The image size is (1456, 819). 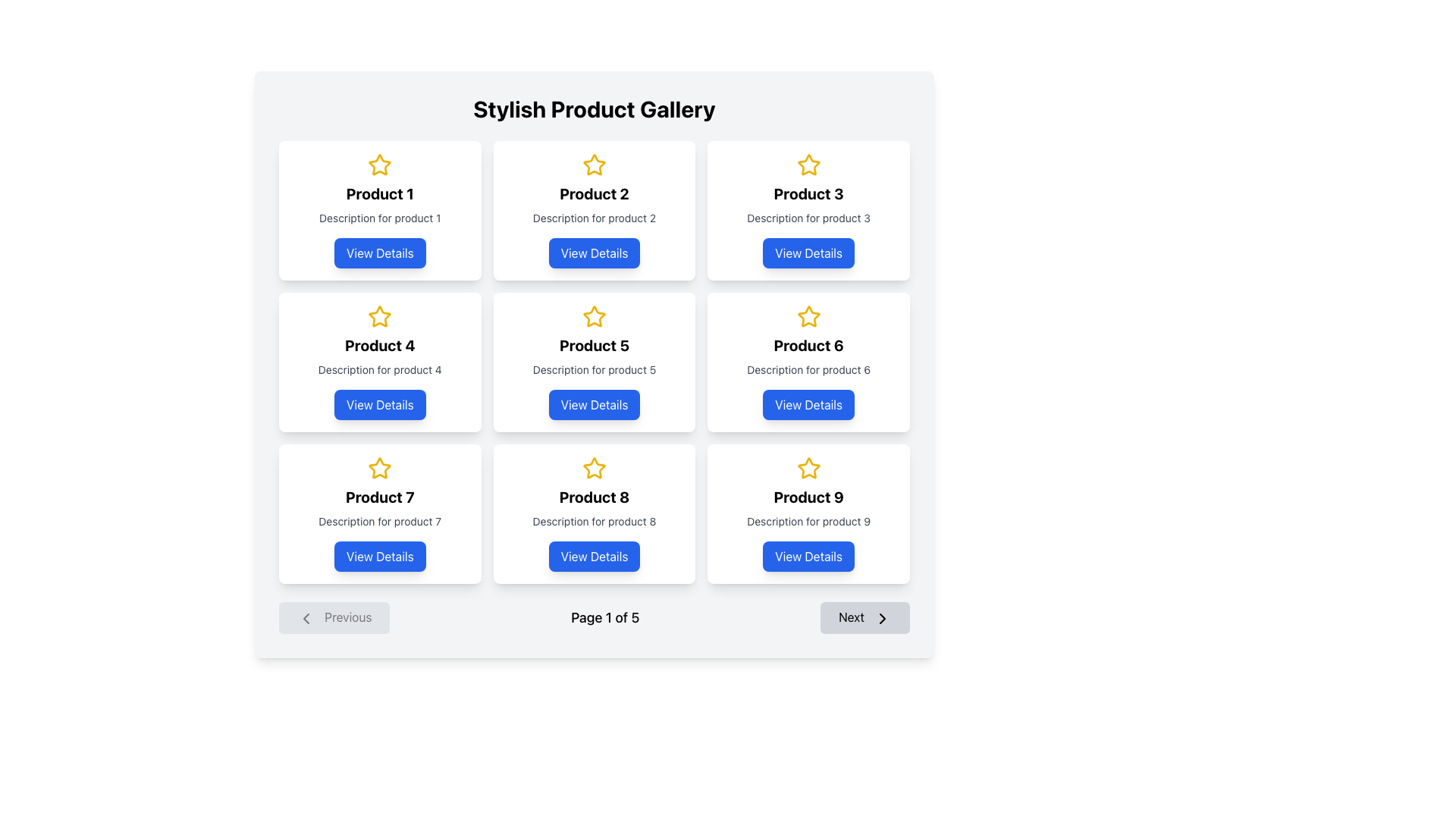 I want to click on the star icon in the card for 'Product 7', located in the first column of the third row of the product grid, so click(x=380, y=467).